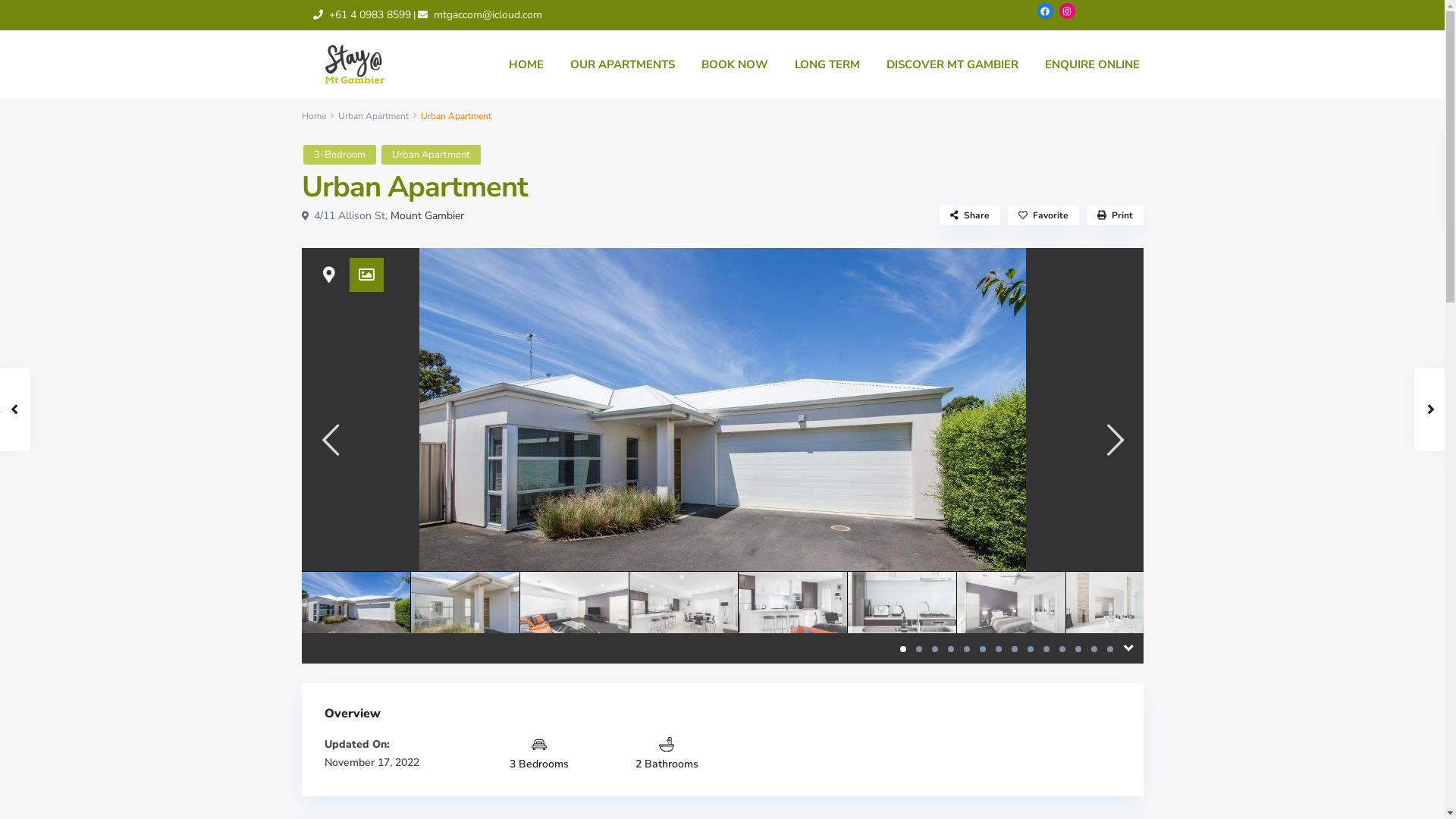  What do you see at coordinates (952, 63) in the screenshot?
I see `'DISCOVER MT GAMBIER'` at bounding box center [952, 63].